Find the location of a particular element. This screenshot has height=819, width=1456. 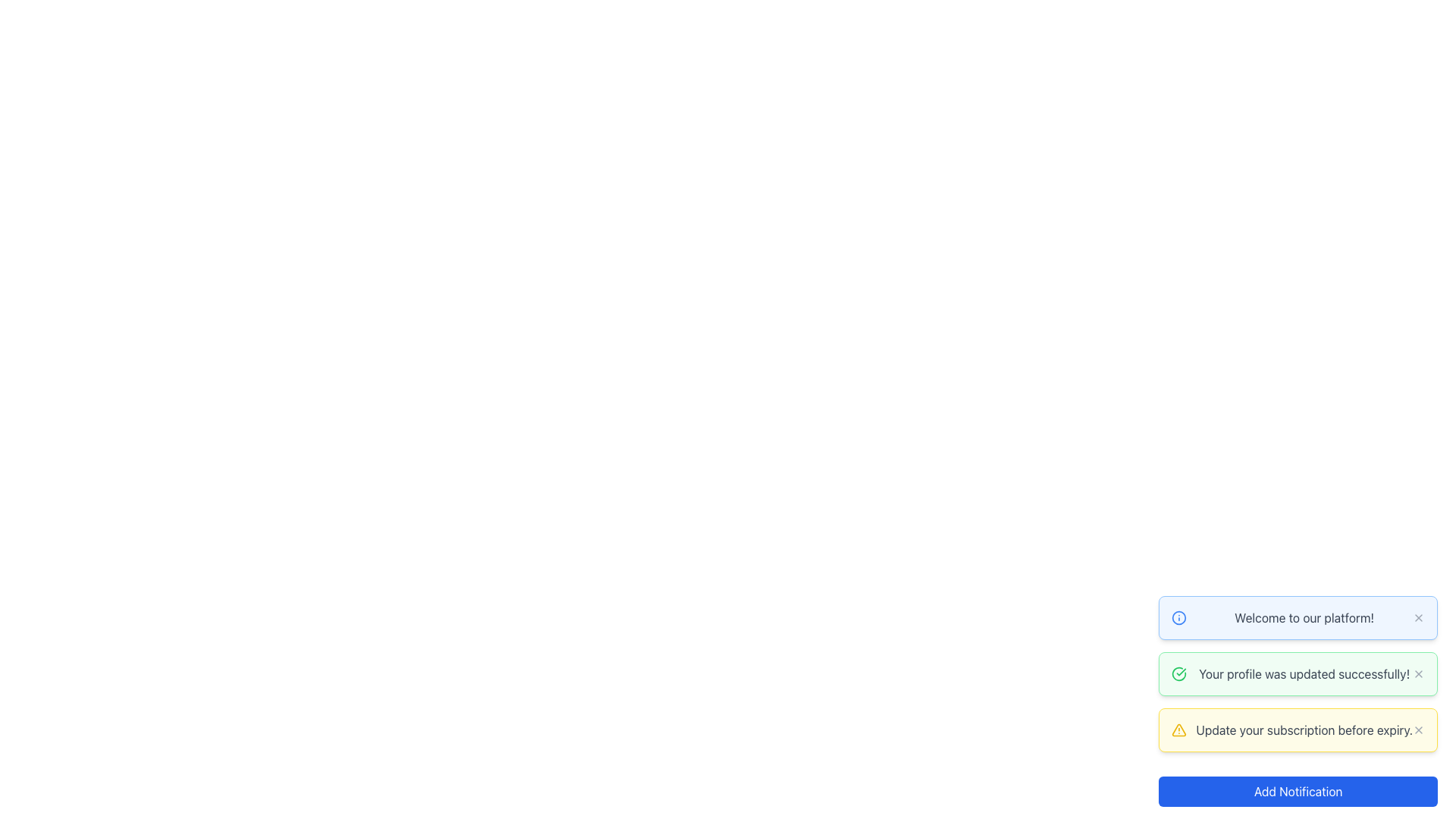

the circular icon with a blue outline located within the topmost notification card that contains the text 'Welcome to our platform!' is located at coordinates (1178, 617).